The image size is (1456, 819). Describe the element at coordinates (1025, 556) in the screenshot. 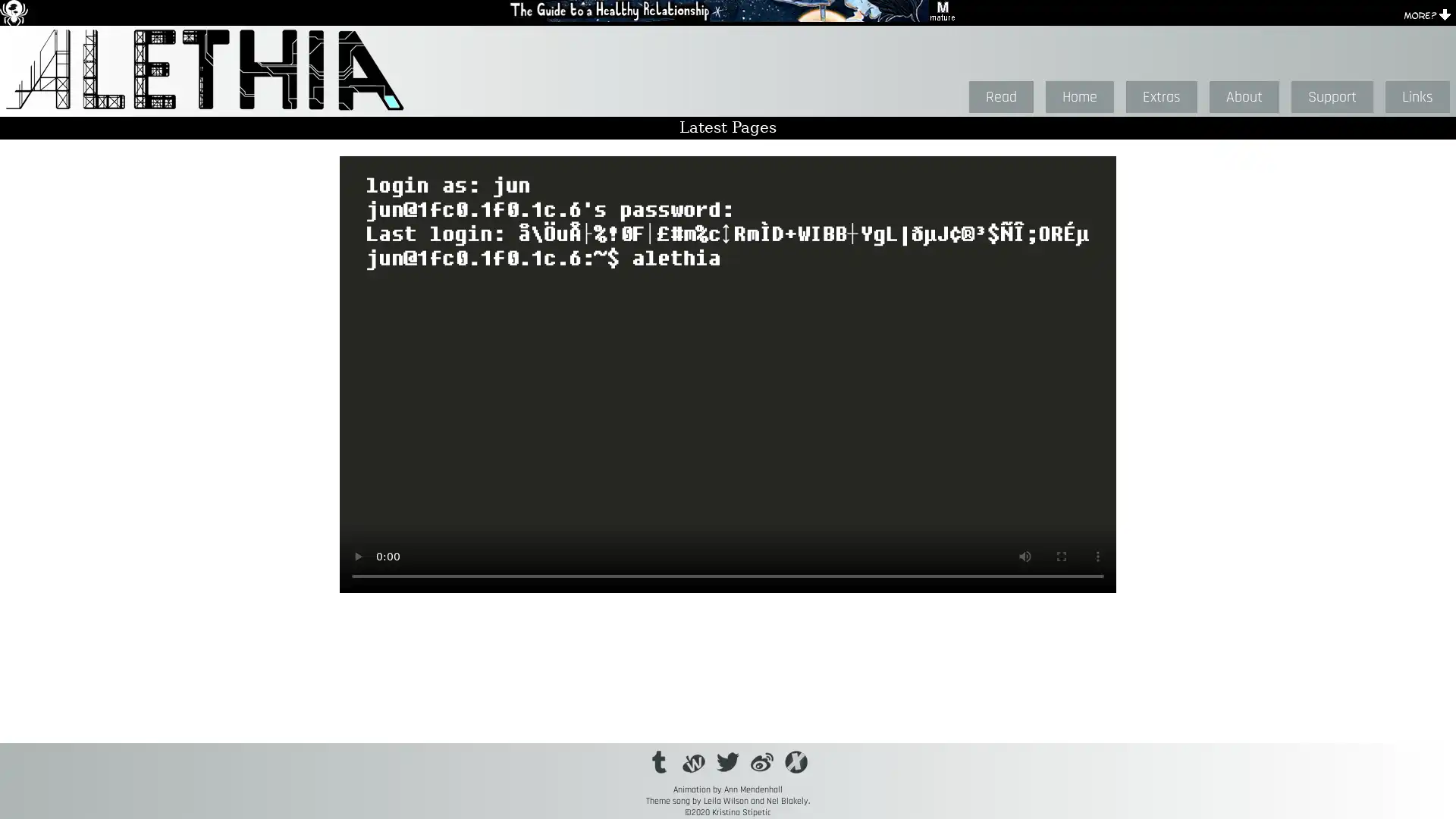

I see `mute` at that location.